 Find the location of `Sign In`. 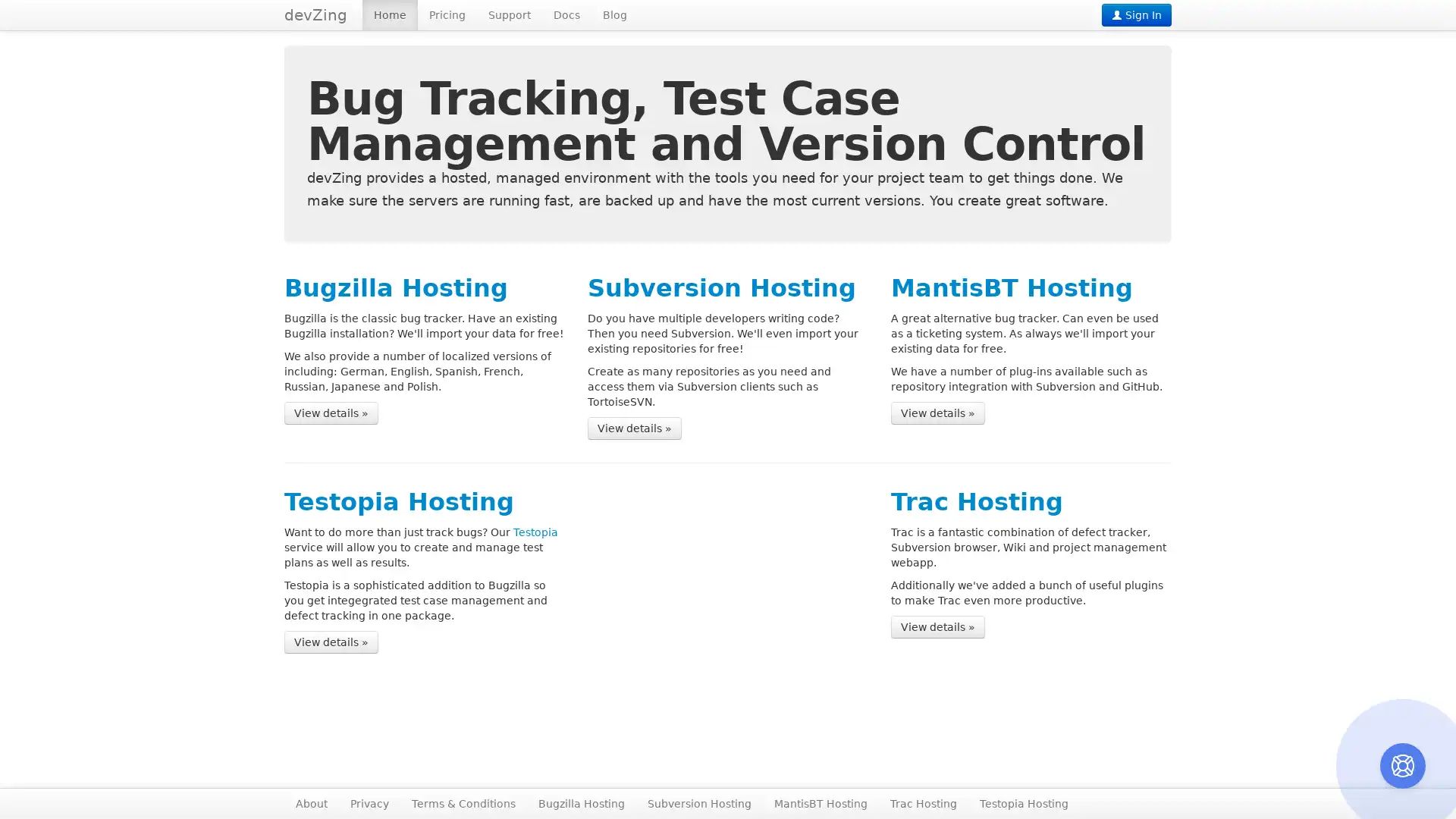

Sign In is located at coordinates (1136, 14).